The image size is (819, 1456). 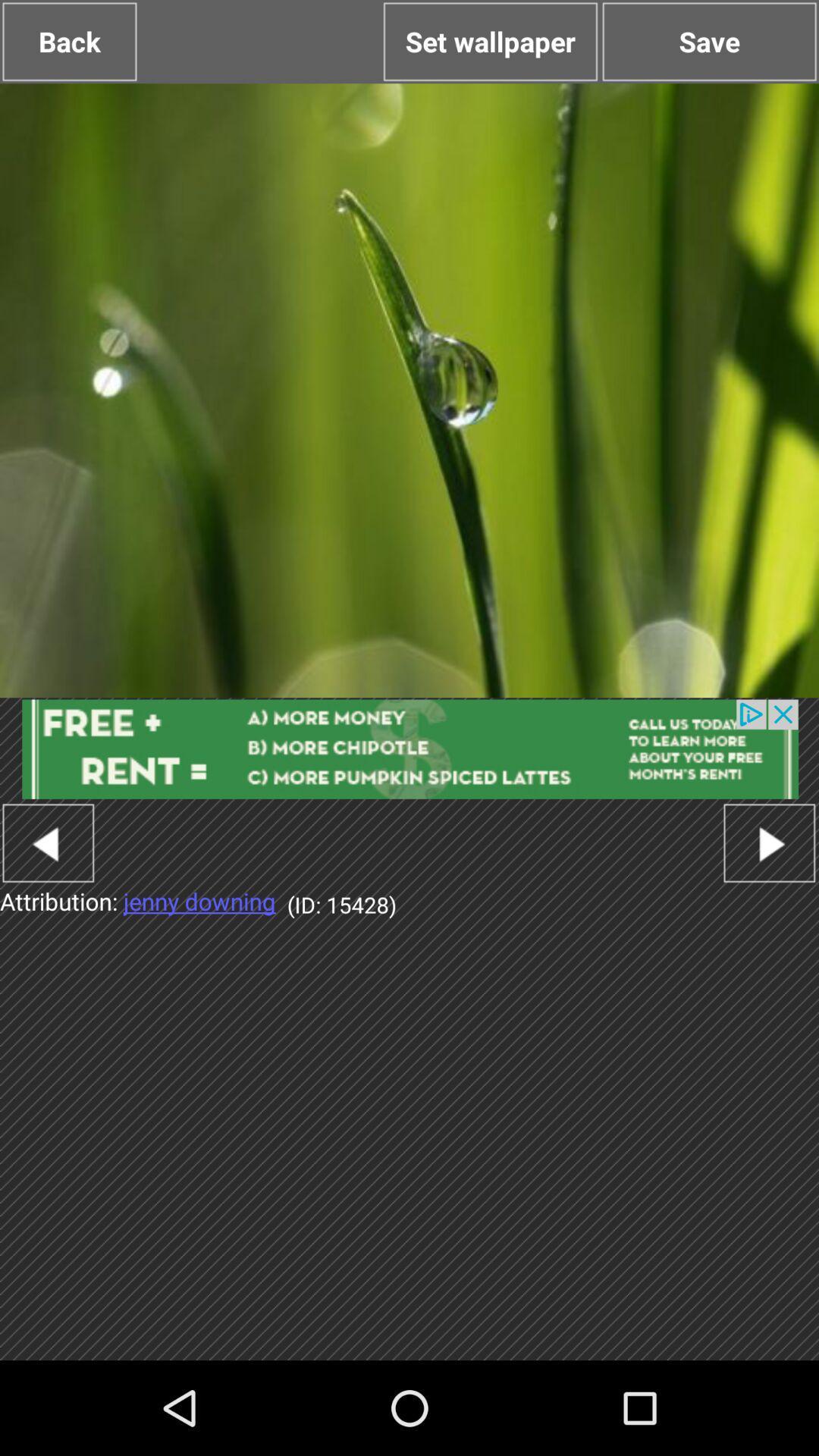 What do you see at coordinates (769, 842) in the screenshot?
I see `go next` at bounding box center [769, 842].